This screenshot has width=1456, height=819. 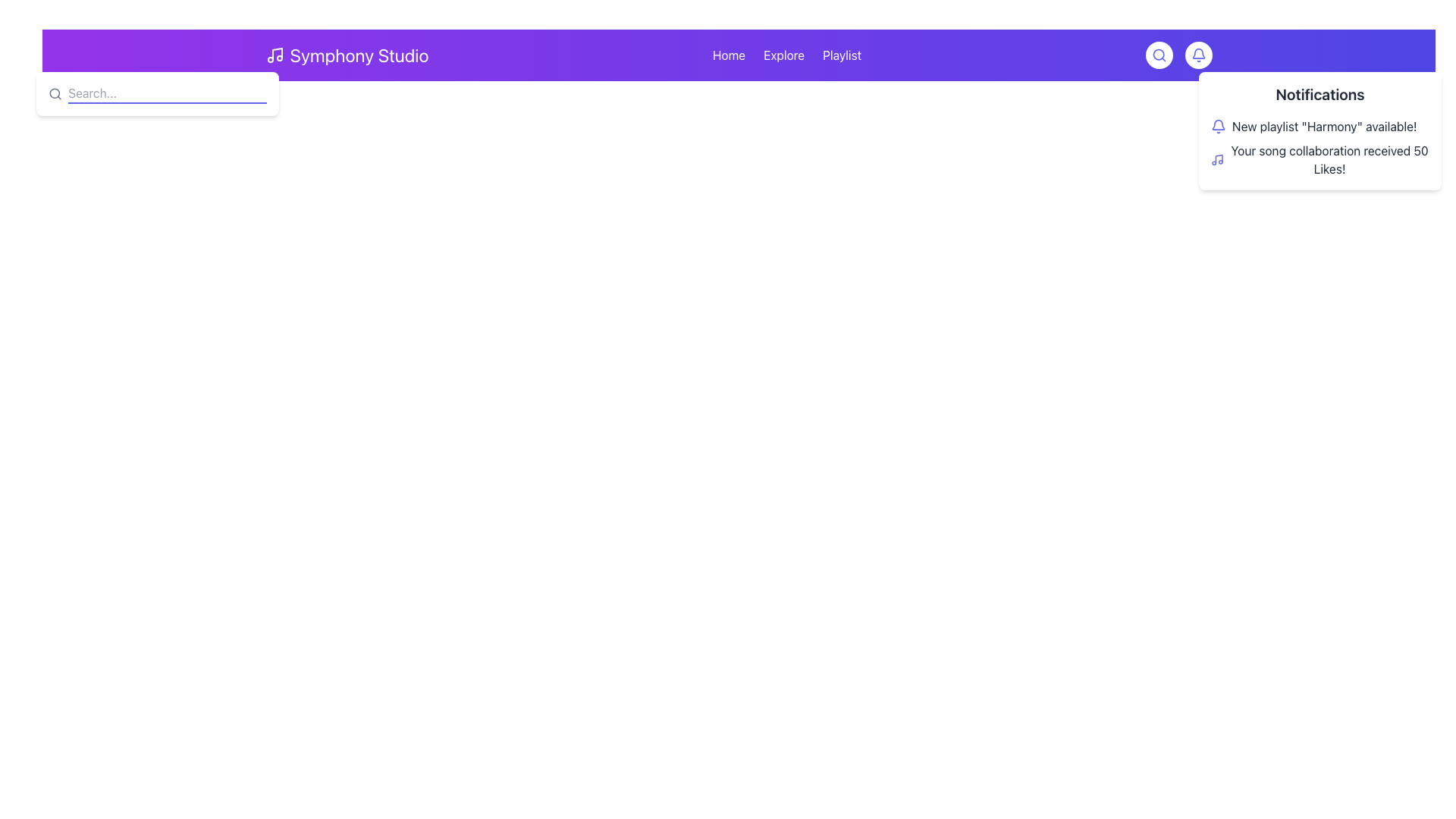 I want to click on the Static Text element that serves as the header for the notifications section, located in the top-right of the notification pop-up, so click(x=1319, y=94).